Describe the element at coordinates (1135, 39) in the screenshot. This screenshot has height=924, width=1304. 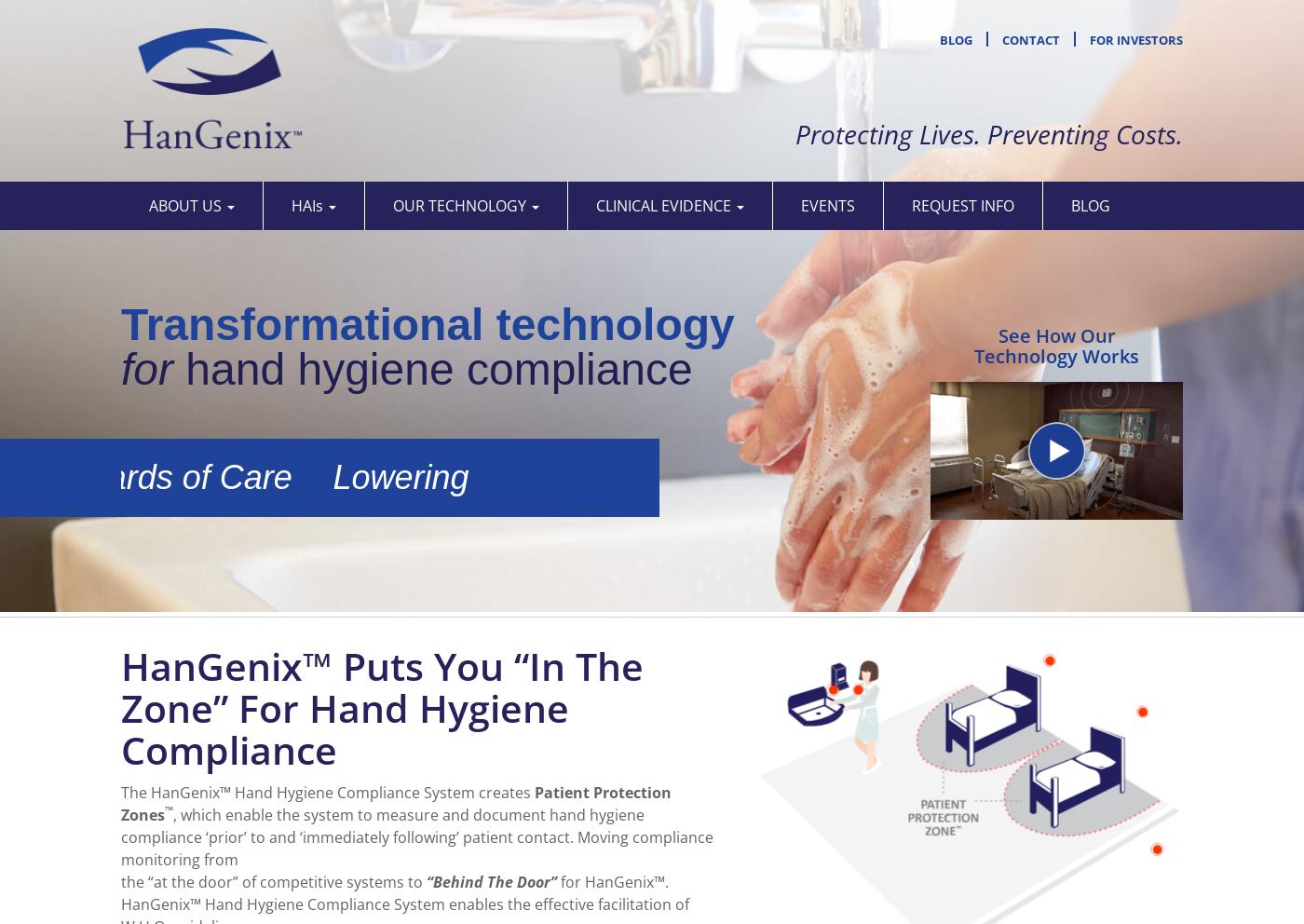
I see `'For Investors'` at that location.